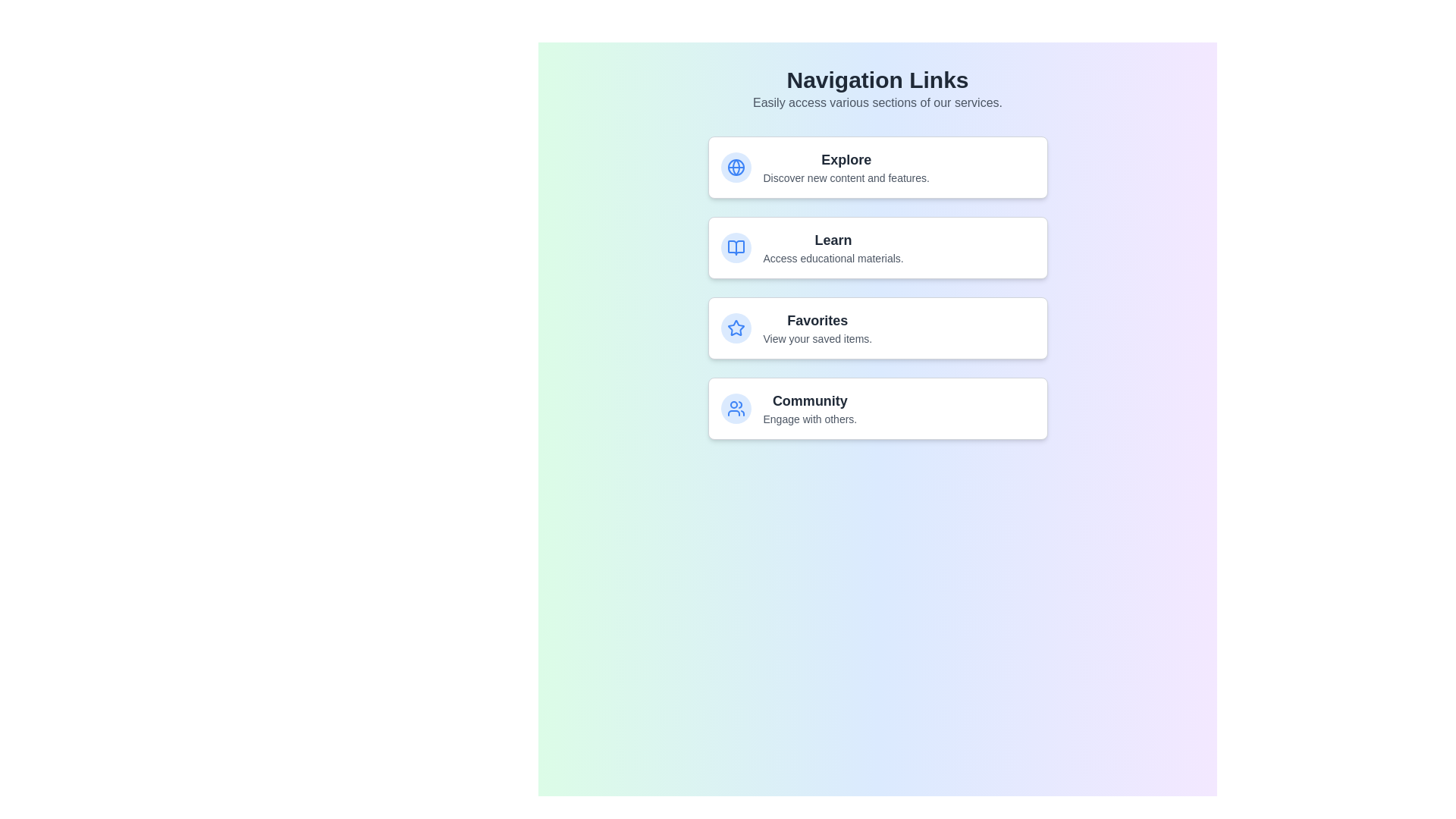  I want to click on the star-shaped vector icon with a blue outline located underneath the 'Favorites' label in the vertical navigation list, so click(736, 327).